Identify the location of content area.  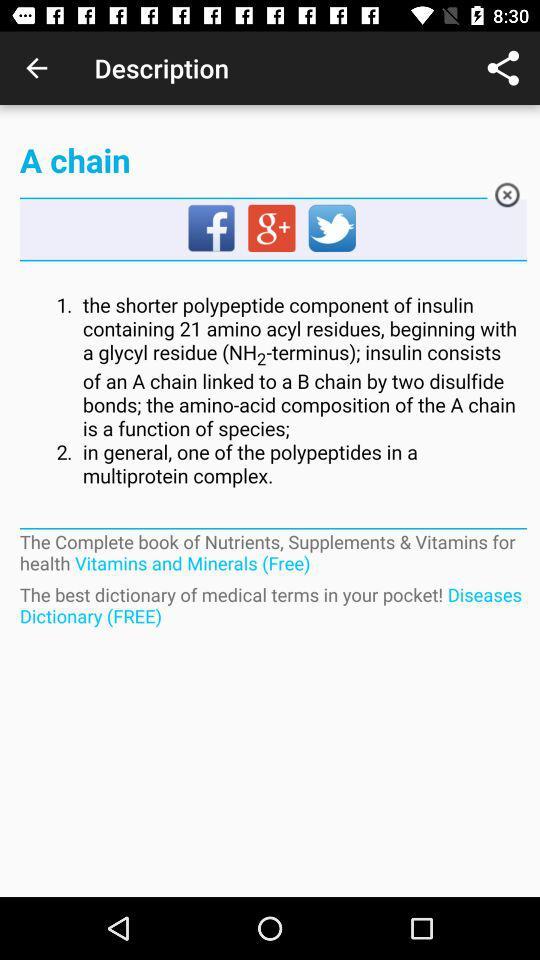
(272, 390).